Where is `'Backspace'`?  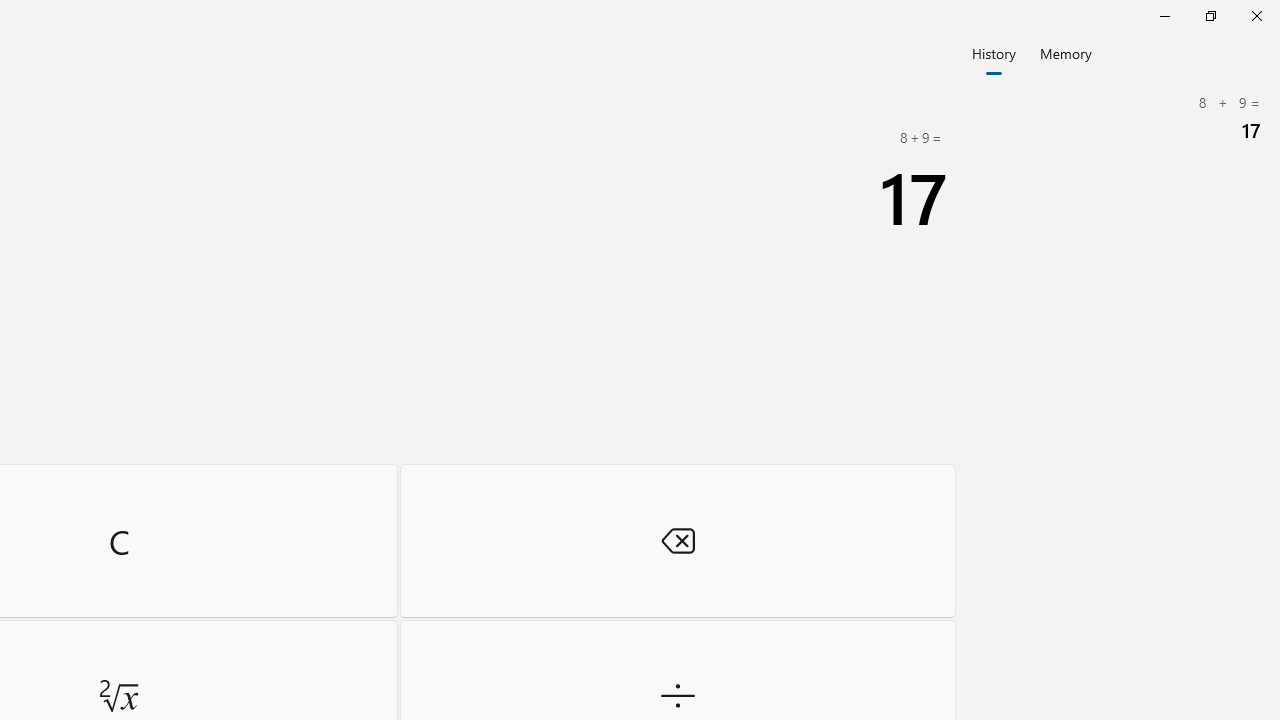
'Backspace' is located at coordinates (677, 540).